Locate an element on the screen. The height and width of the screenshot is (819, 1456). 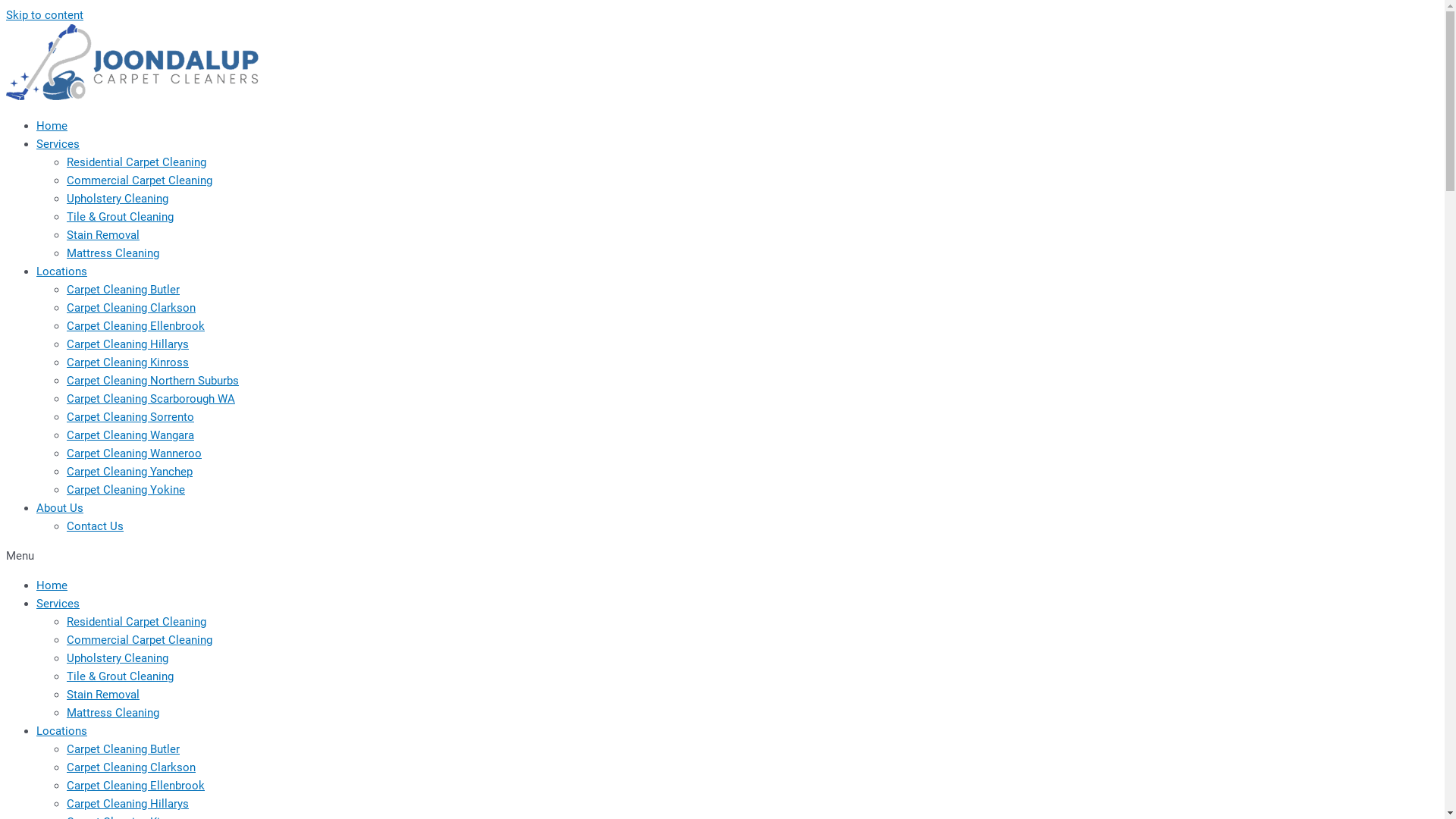
'Carpet Cleaning Yokine' is located at coordinates (126, 489).